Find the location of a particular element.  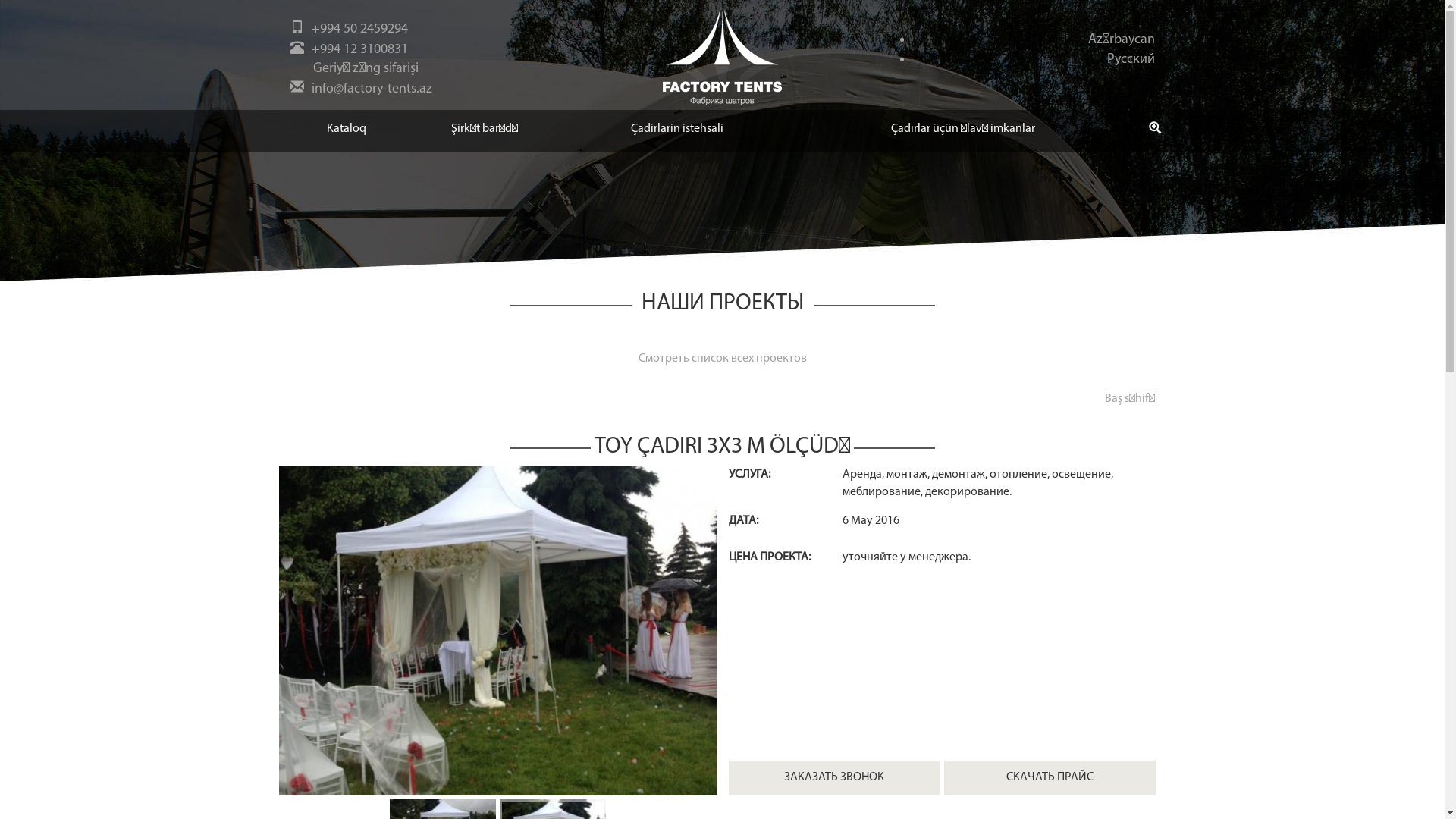

'+994 12 3100831' is located at coordinates (358, 49).